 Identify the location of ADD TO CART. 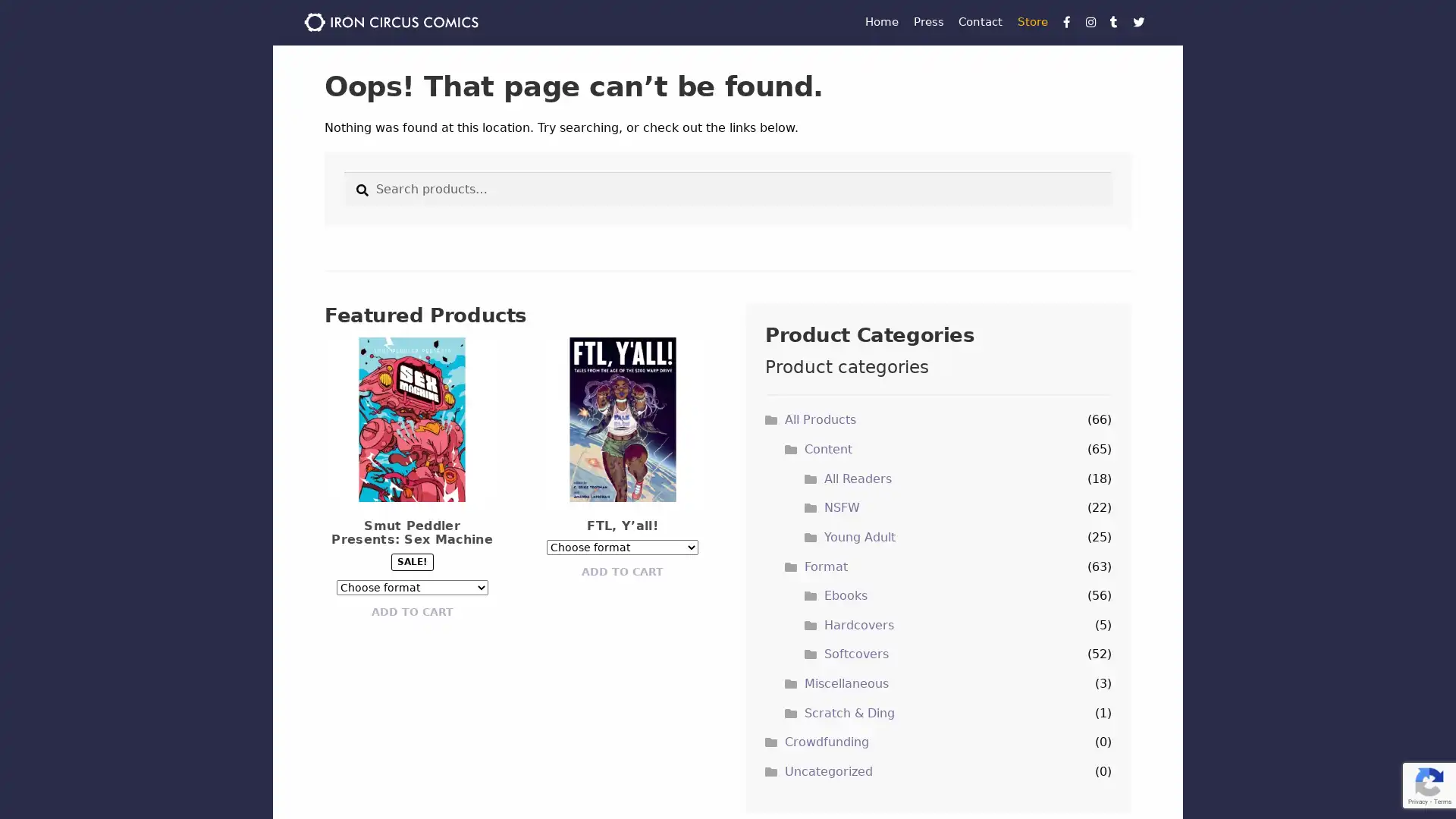
(411, 610).